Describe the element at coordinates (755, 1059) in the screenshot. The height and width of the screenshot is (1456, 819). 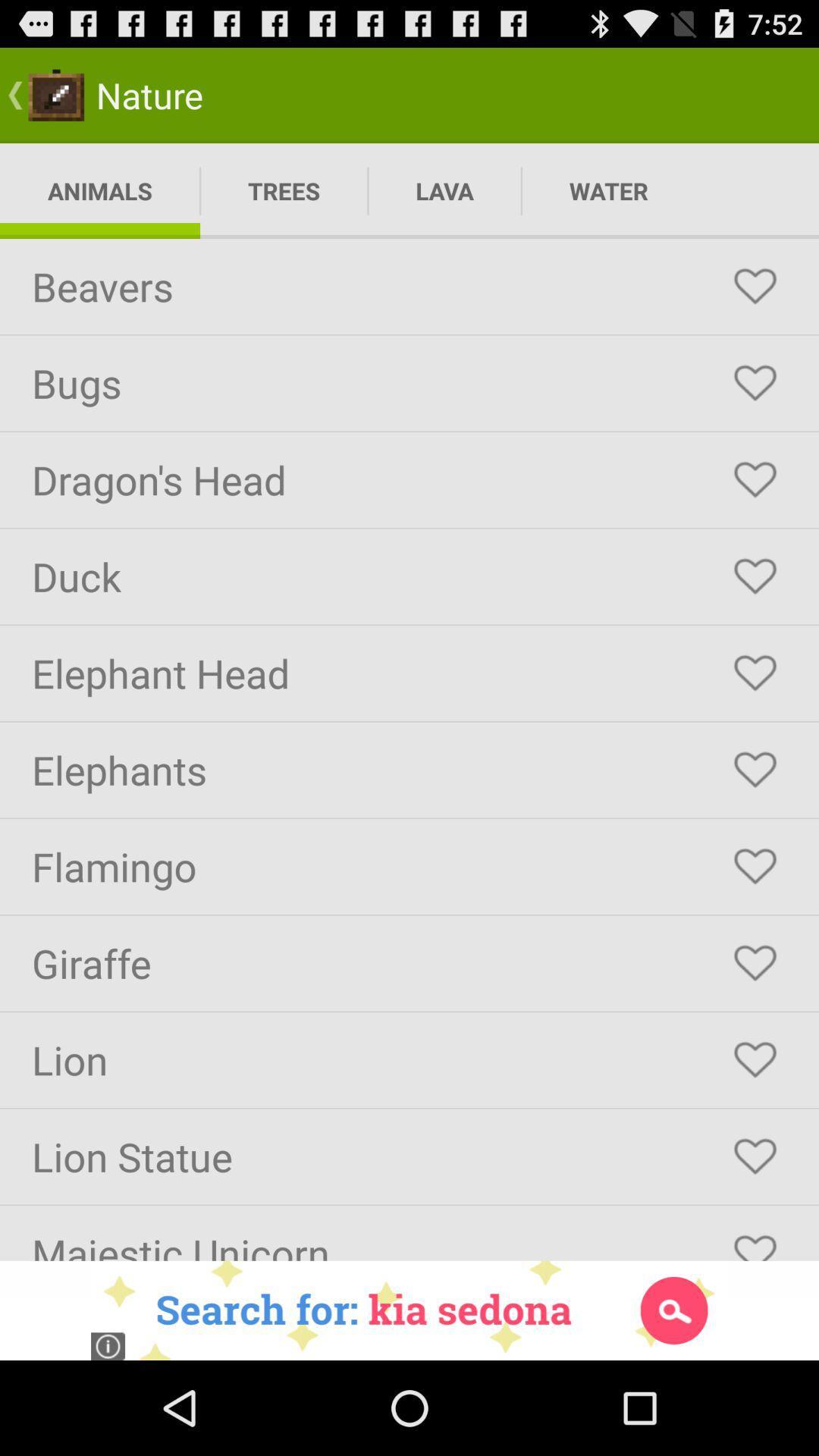
I see `like button` at that location.